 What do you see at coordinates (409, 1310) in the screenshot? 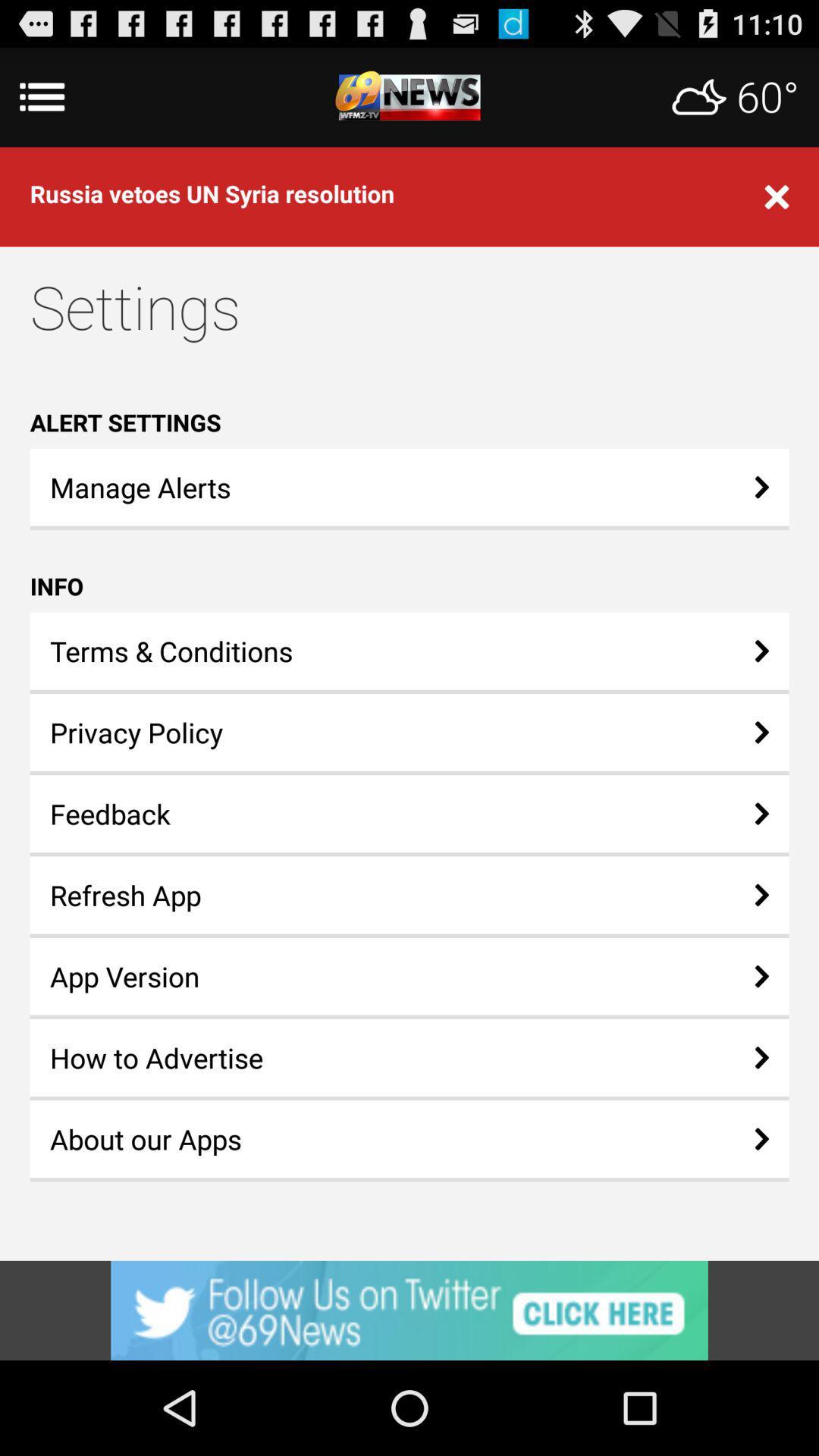
I see `advertisement` at bounding box center [409, 1310].